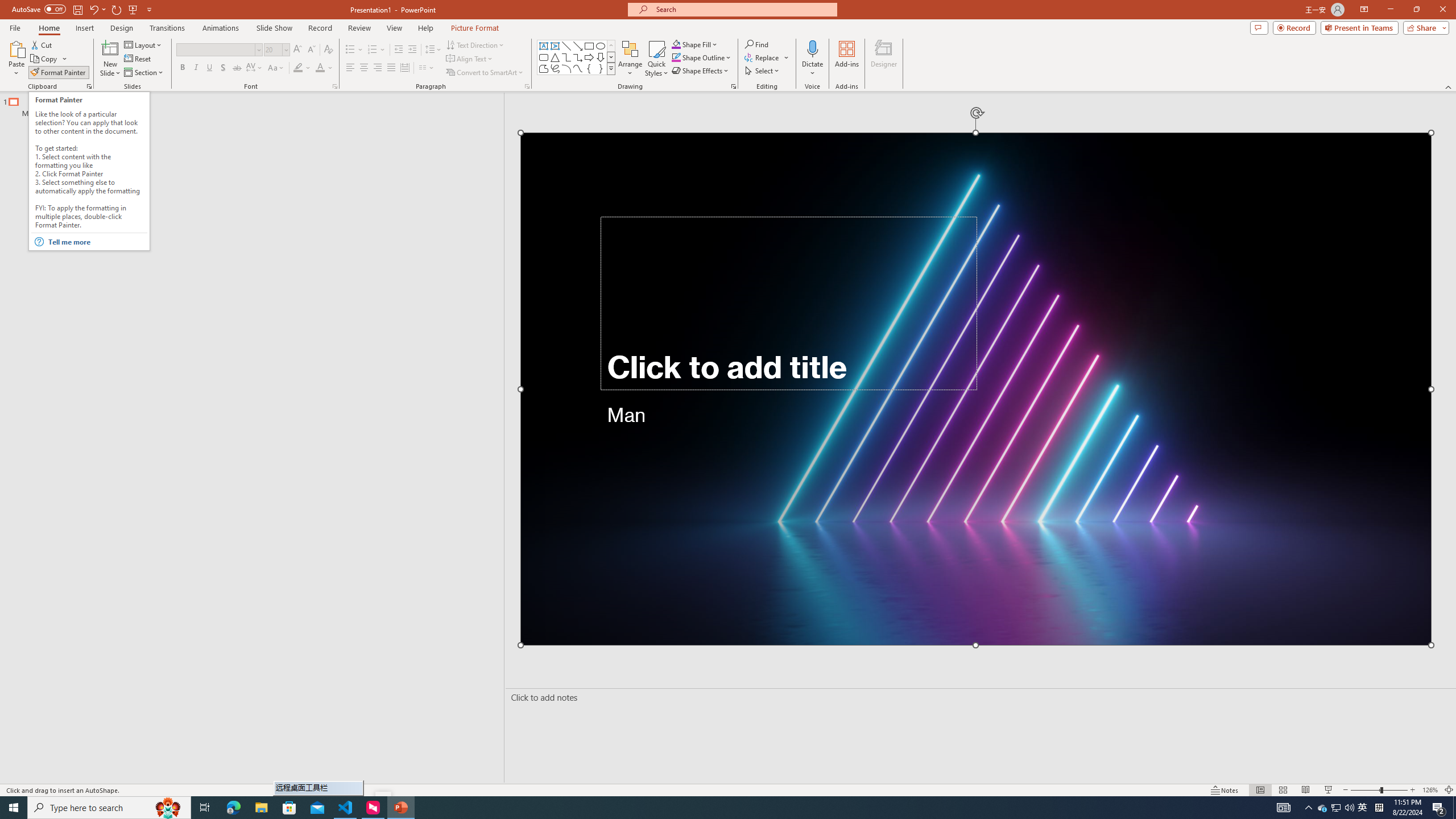 The width and height of the screenshot is (1456, 819). I want to click on 'Font Color Red', so click(320, 67).